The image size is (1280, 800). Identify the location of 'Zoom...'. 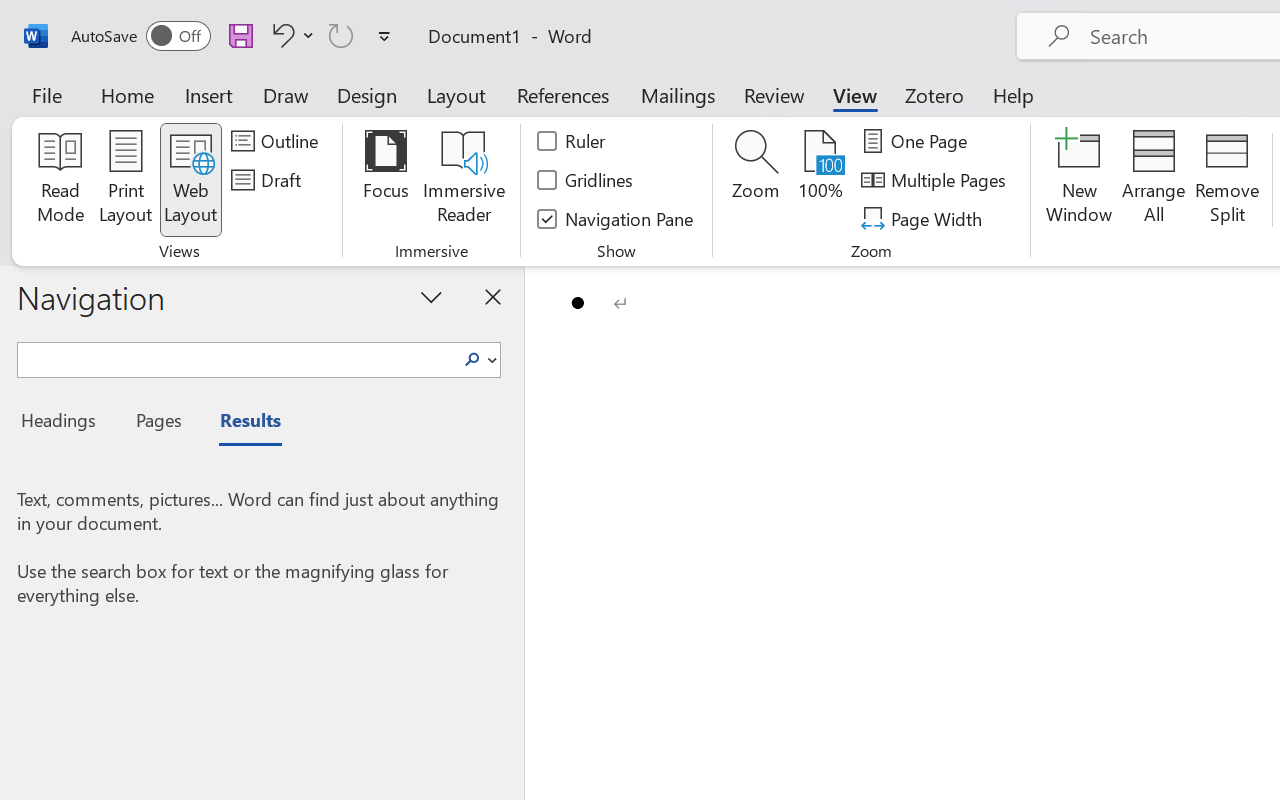
(754, 179).